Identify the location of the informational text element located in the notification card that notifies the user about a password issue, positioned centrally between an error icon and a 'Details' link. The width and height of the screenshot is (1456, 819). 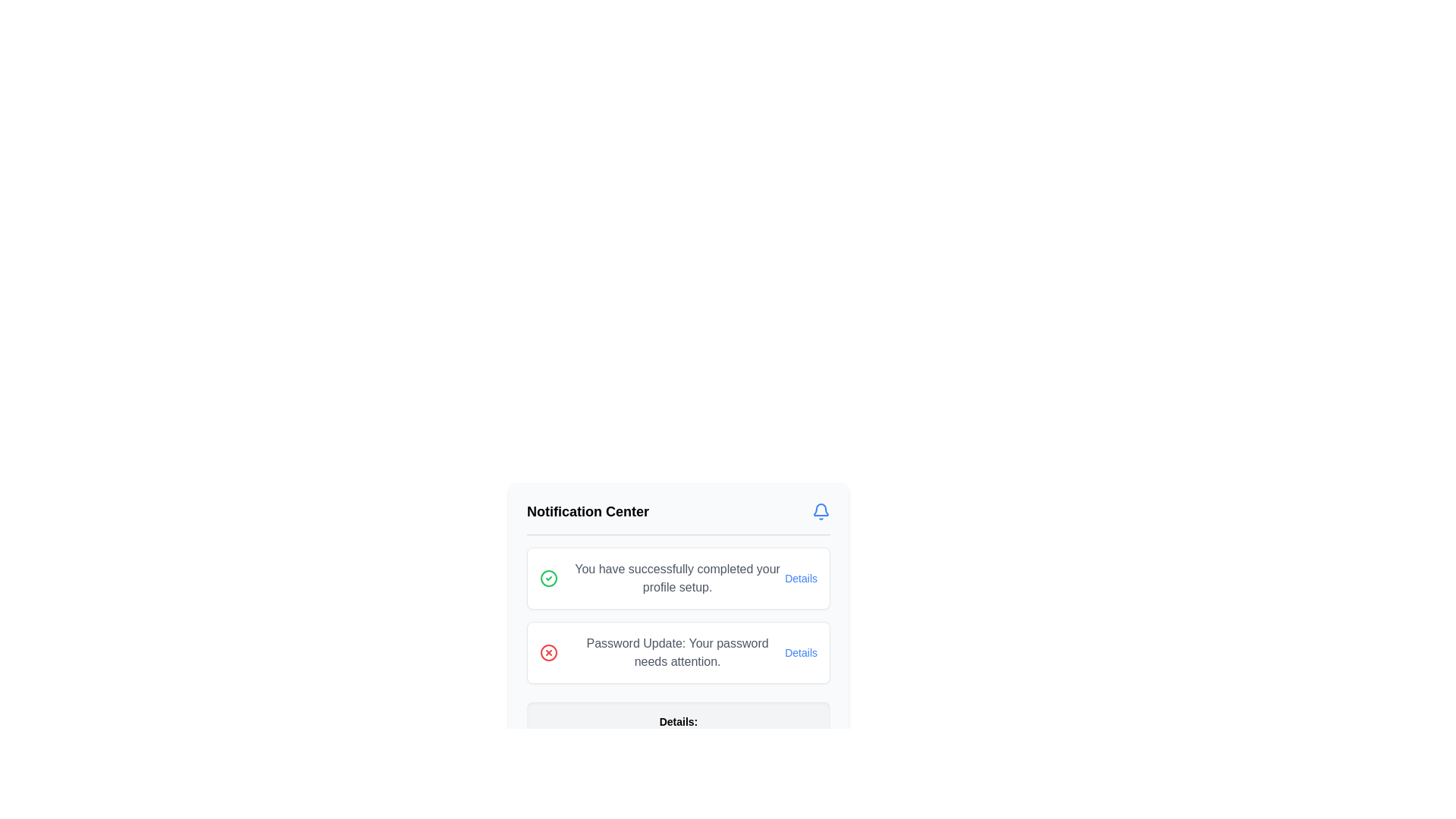
(676, 651).